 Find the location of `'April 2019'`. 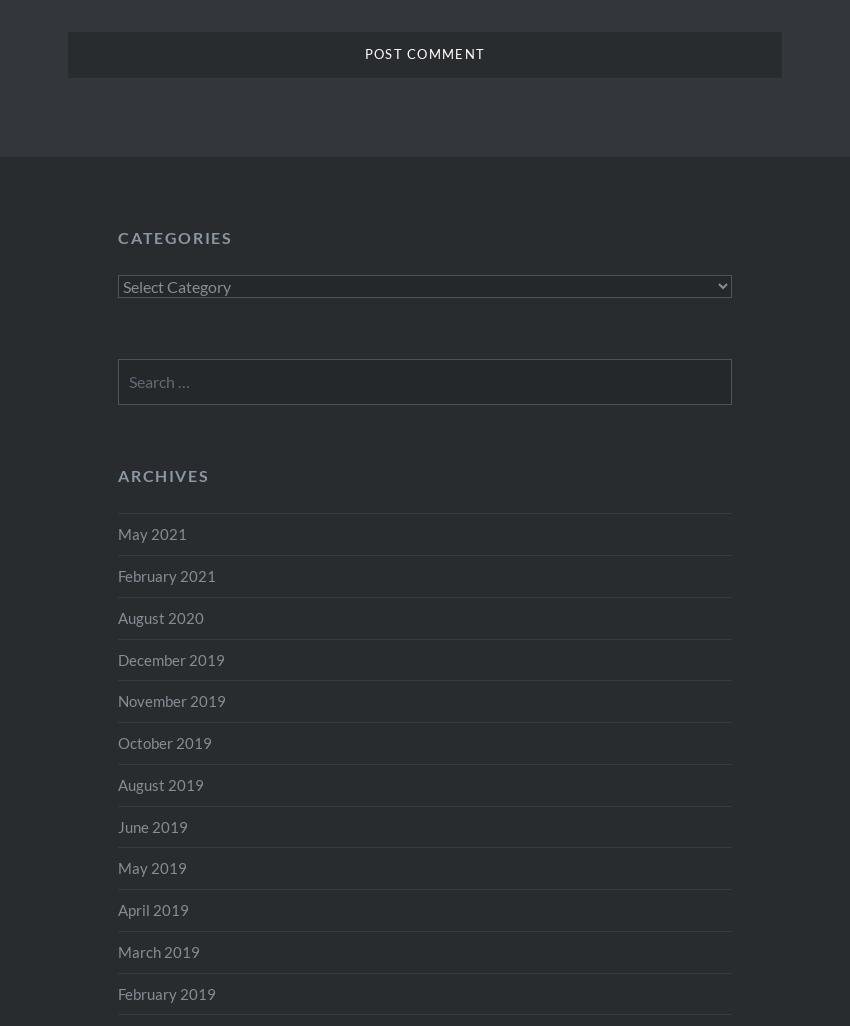

'April 2019' is located at coordinates (153, 908).